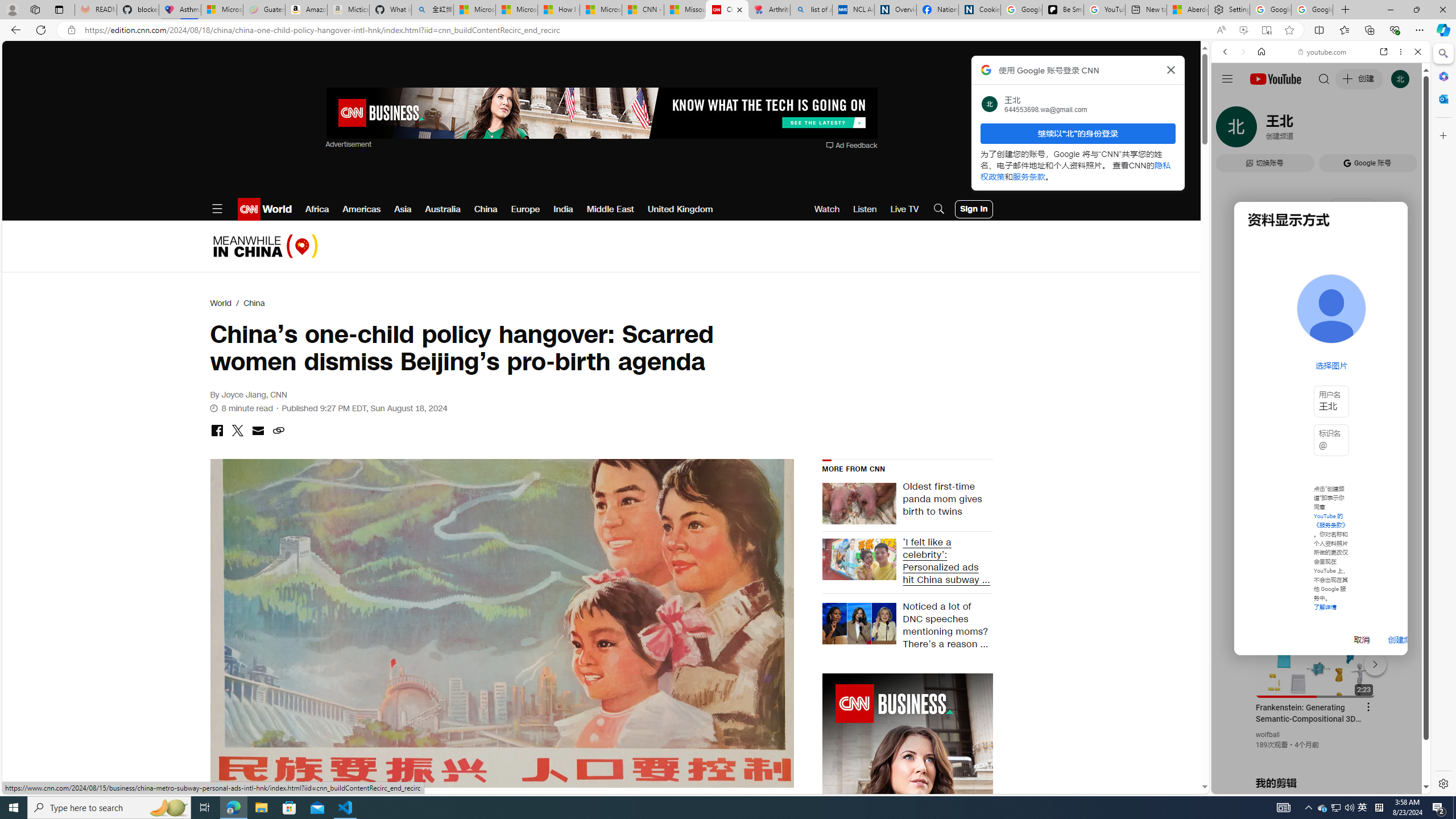 The image size is (1456, 819). Describe the element at coordinates (278, 429) in the screenshot. I see `'Class: icon-ui-link'` at that location.